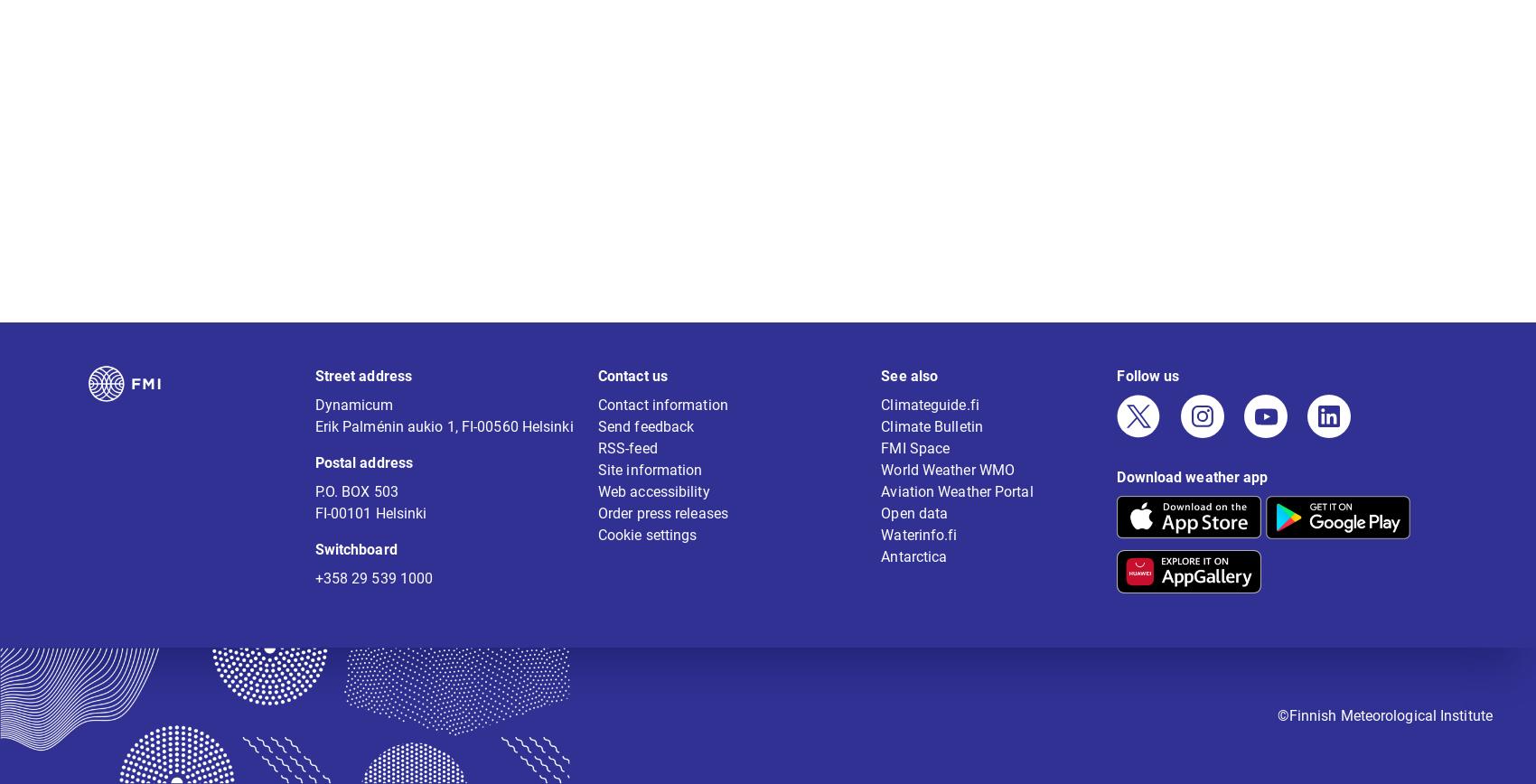 The height and width of the screenshot is (784, 1536). Describe the element at coordinates (914, 460) in the screenshot. I see `'FMI Space'` at that location.